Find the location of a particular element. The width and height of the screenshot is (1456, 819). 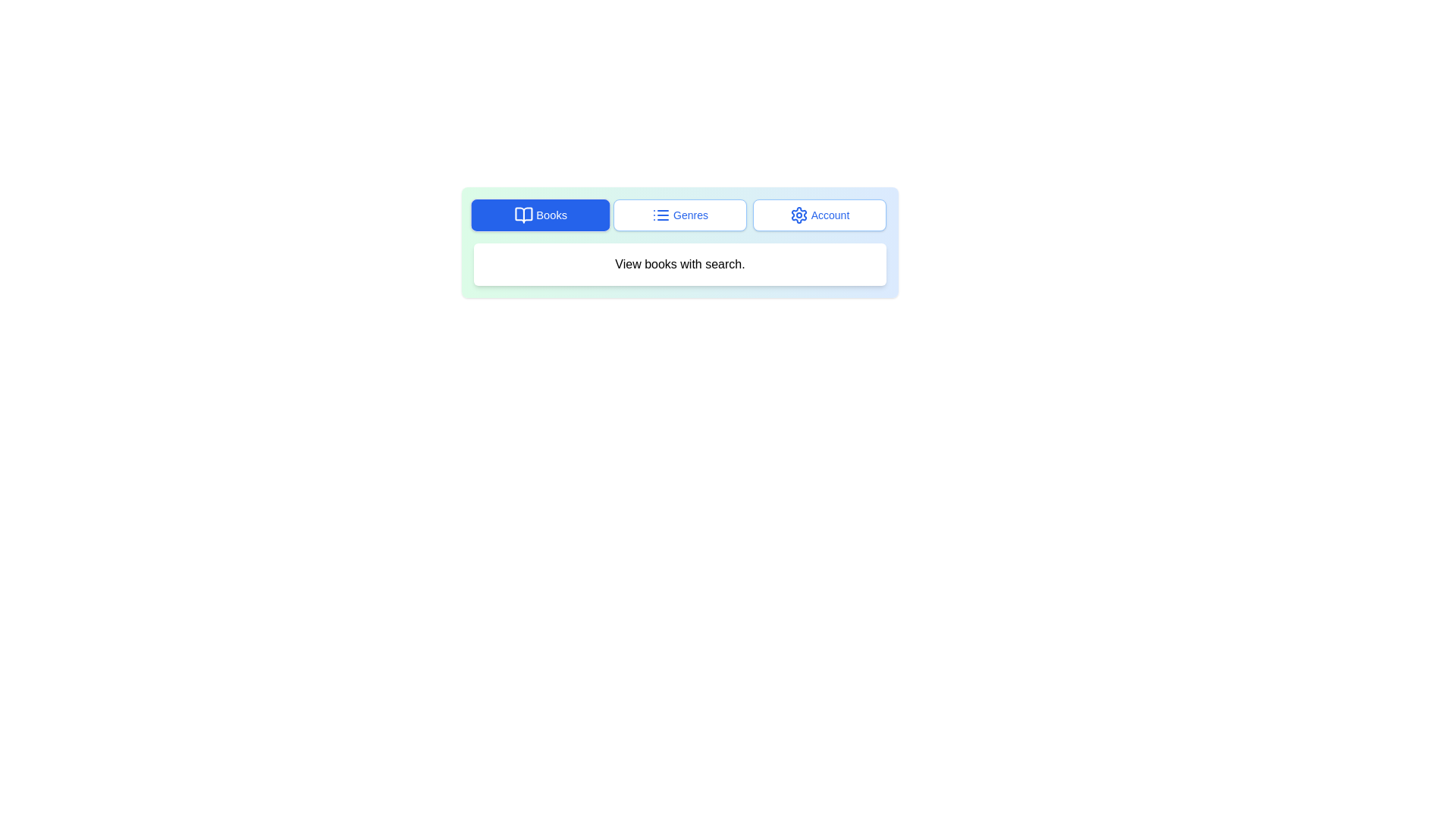

the 'Genres' button, which is the middle button in a horizontal group of three buttons is located at coordinates (679, 215).